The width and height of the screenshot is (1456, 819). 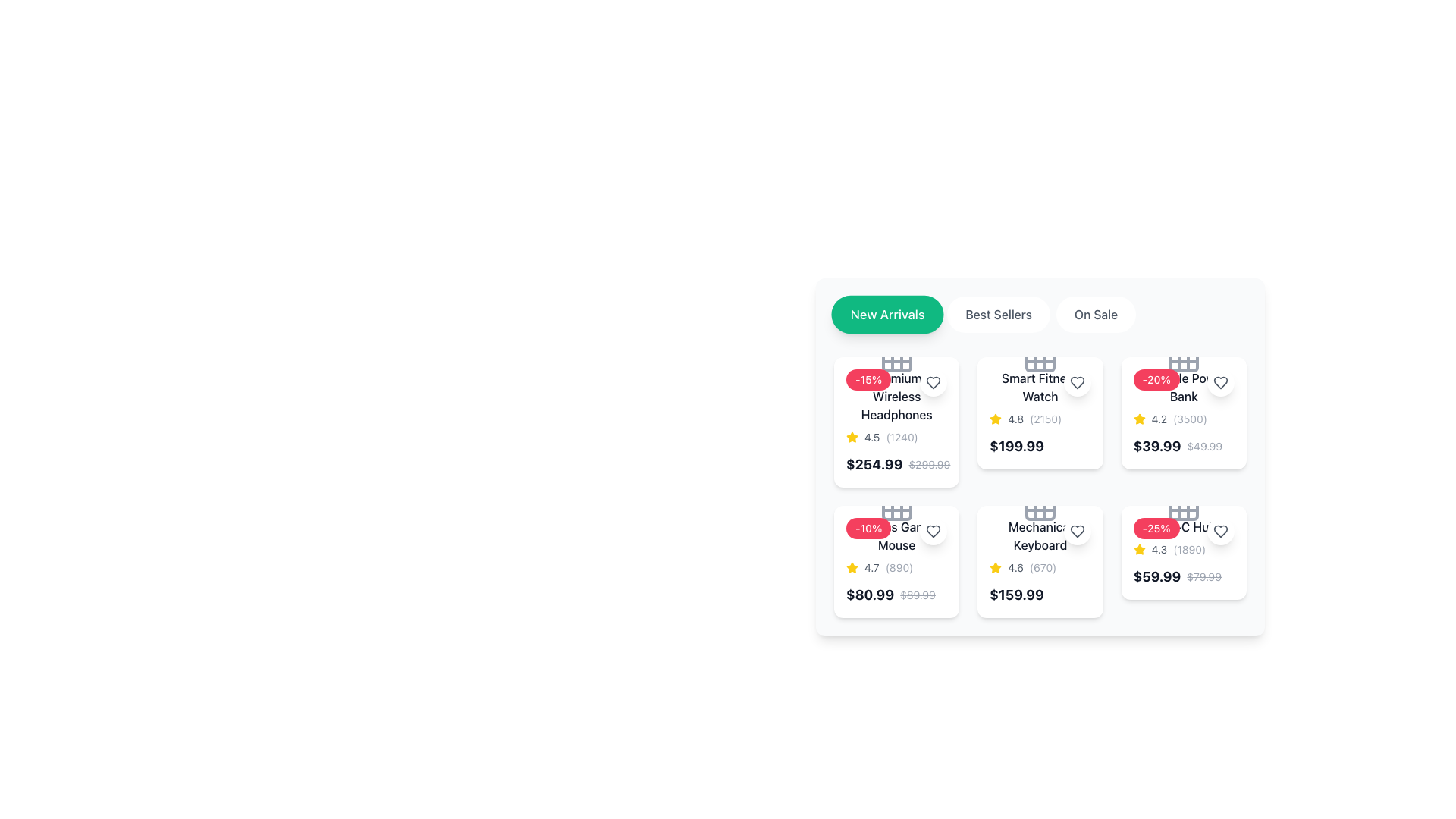 What do you see at coordinates (1040, 386) in the screenshot?
I see `the product associated with the Text label located` at bounding box center [1040, 386].